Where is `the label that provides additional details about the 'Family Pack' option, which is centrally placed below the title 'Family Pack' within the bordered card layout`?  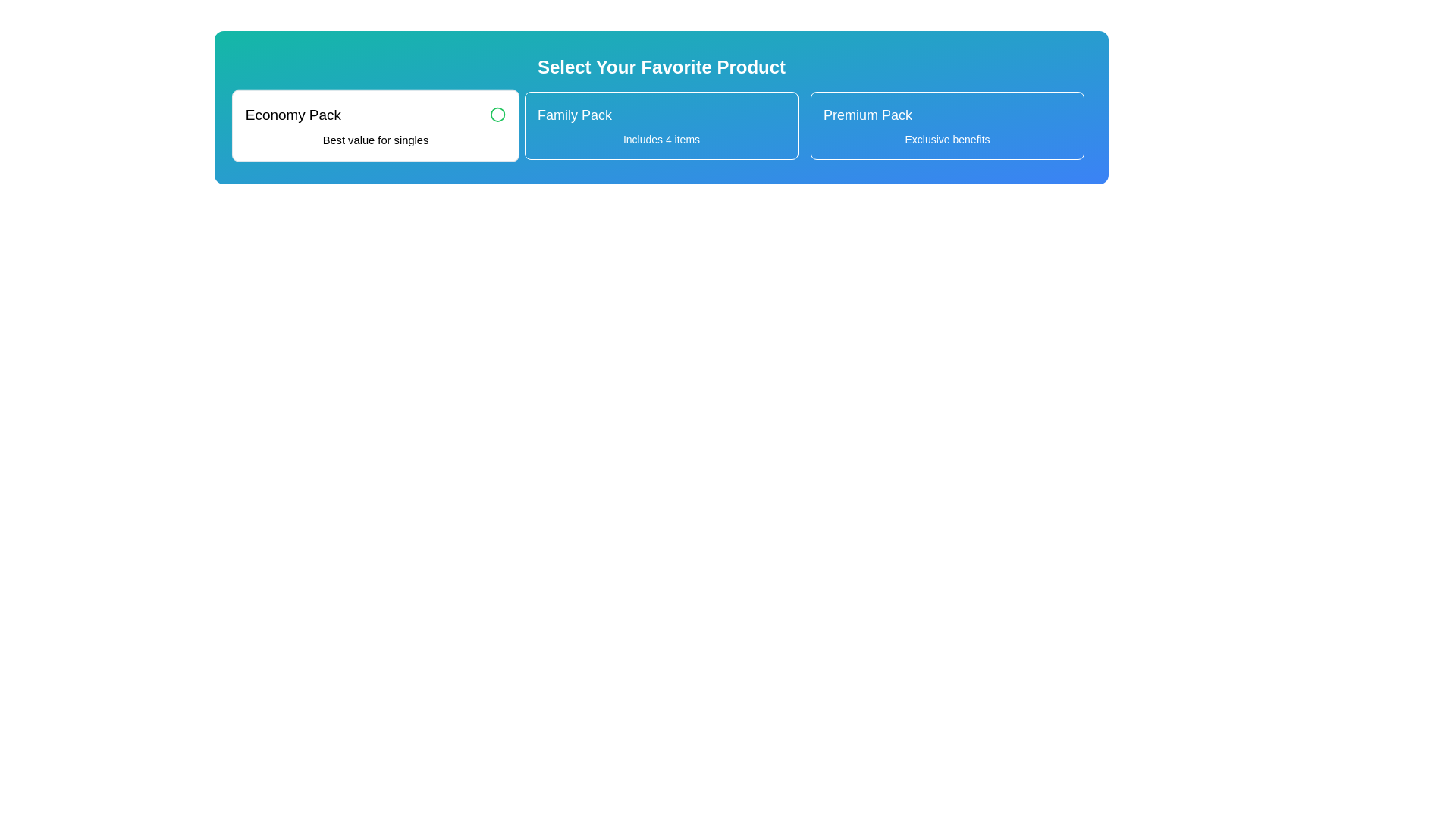 the label that provides additional details about the 'Family Pack' option, which is centrally placed below the title 'Family Pack' within the bordered card layout is located at coordinates (661, 140).